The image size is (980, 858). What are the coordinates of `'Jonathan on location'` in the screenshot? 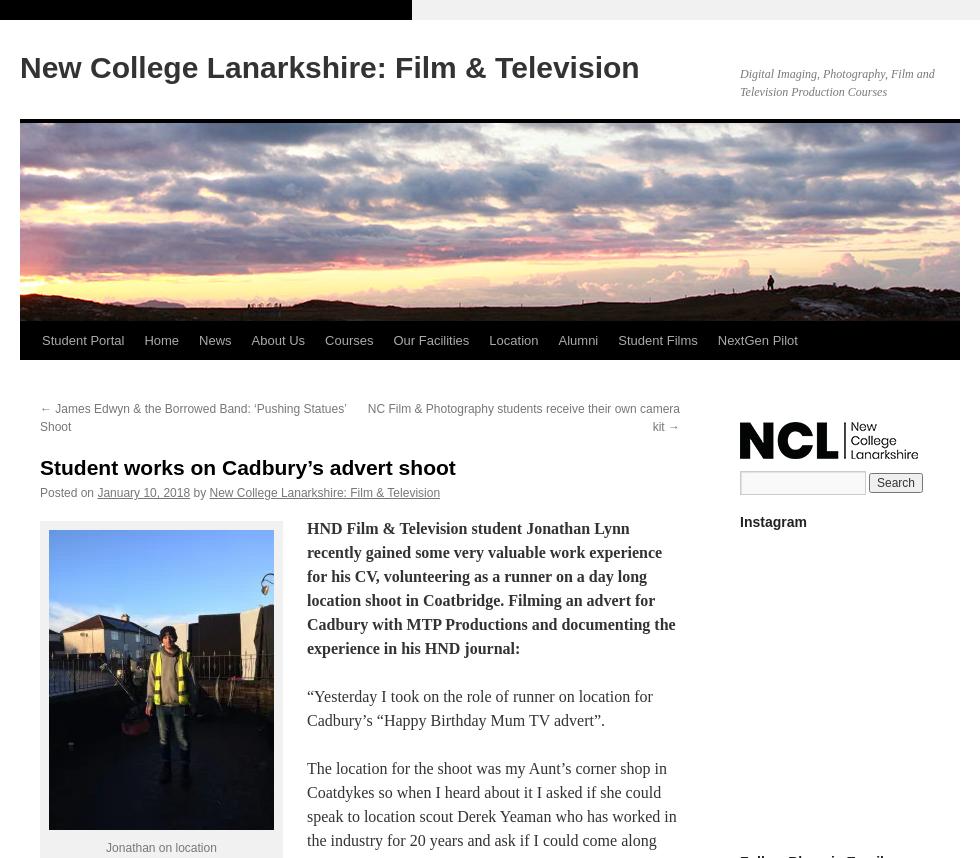 It's located at (161, 846).